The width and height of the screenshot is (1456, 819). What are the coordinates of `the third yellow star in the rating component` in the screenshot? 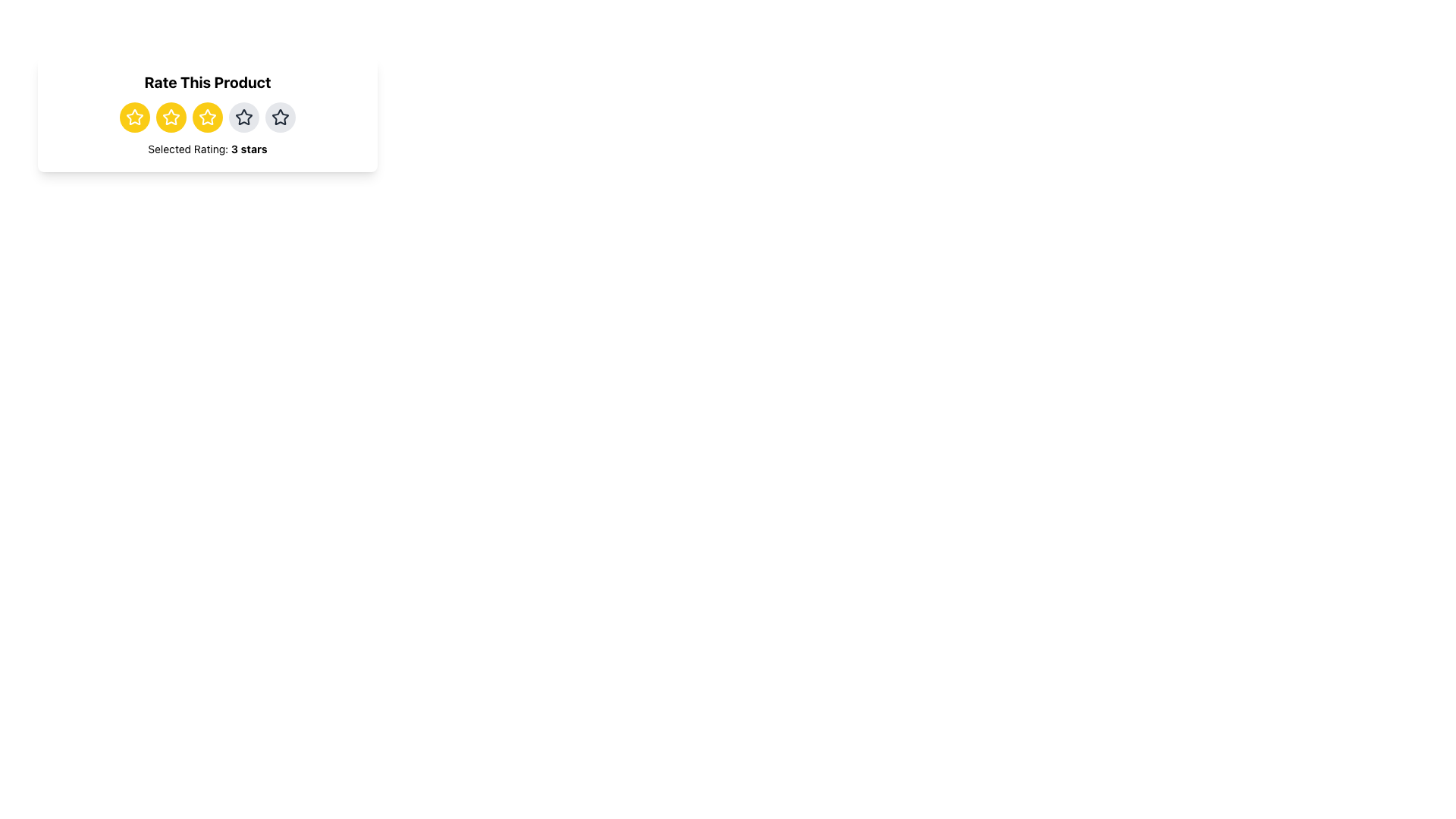 It's located at (134, 116).